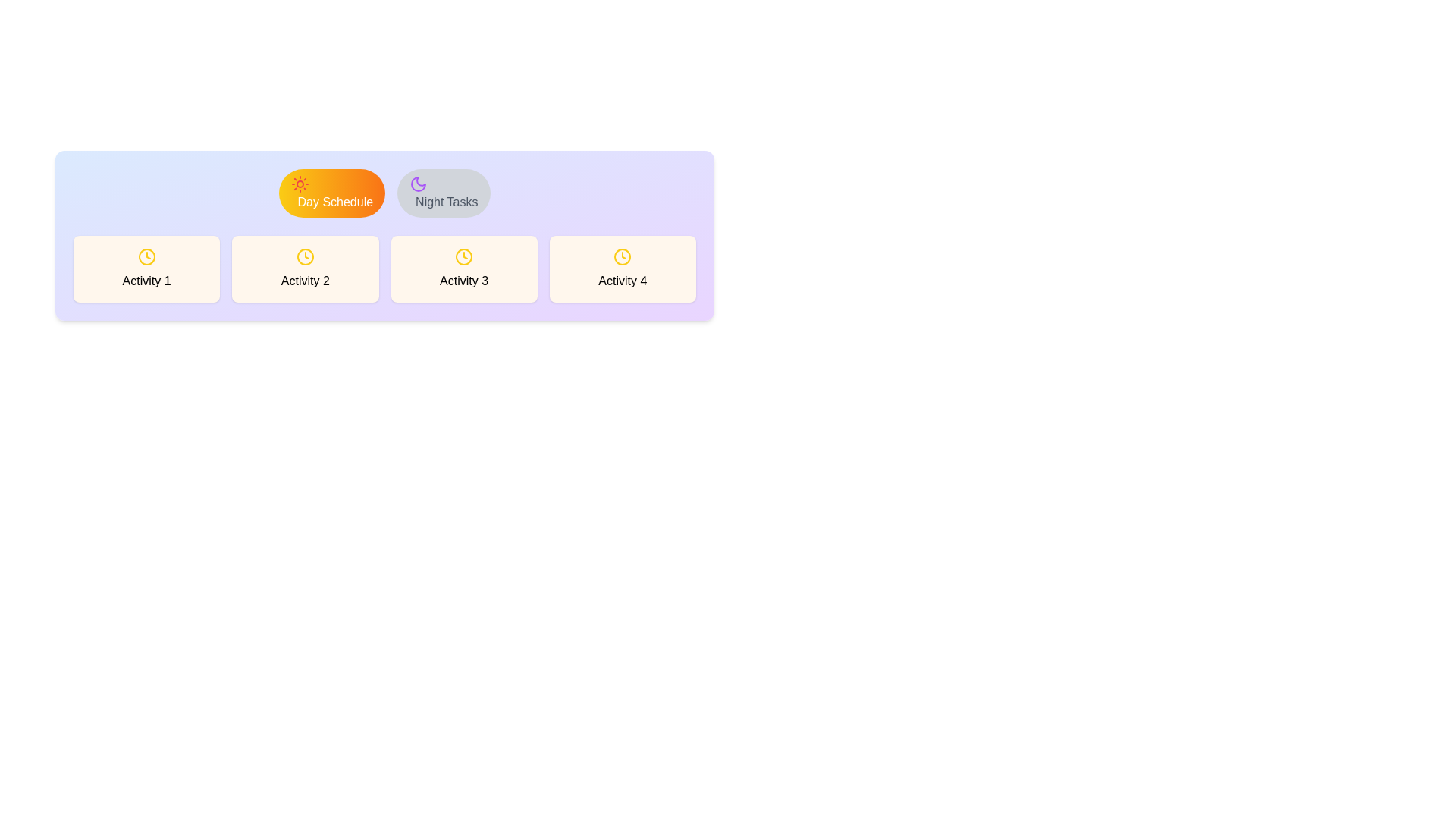 The width and height of the screenshot is (1456, 819). I want to click on the text Activity 3 within the content, so click(463, 268).